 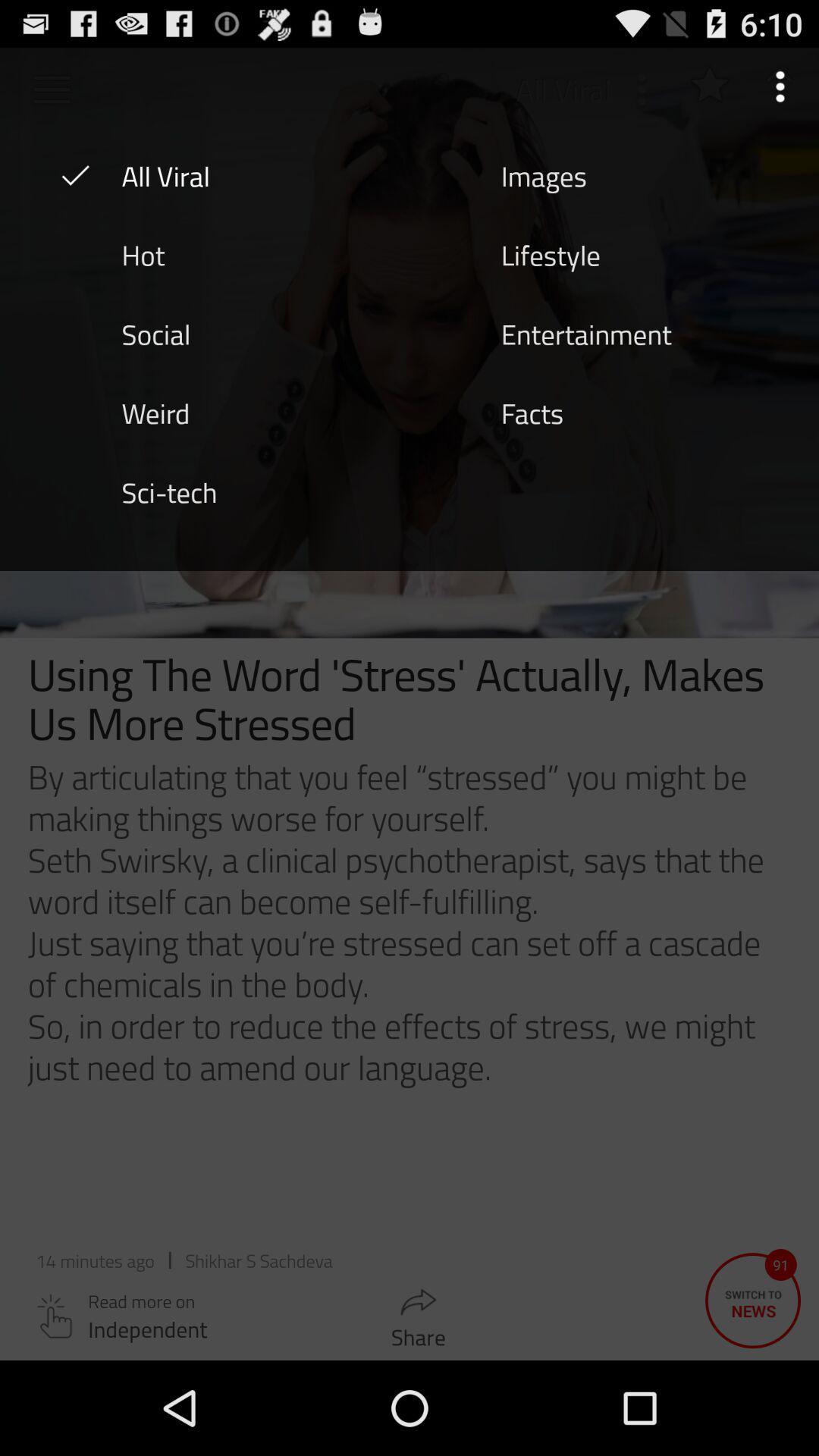 I want to click on item next to the all viral item, so click(x=543, y=174).